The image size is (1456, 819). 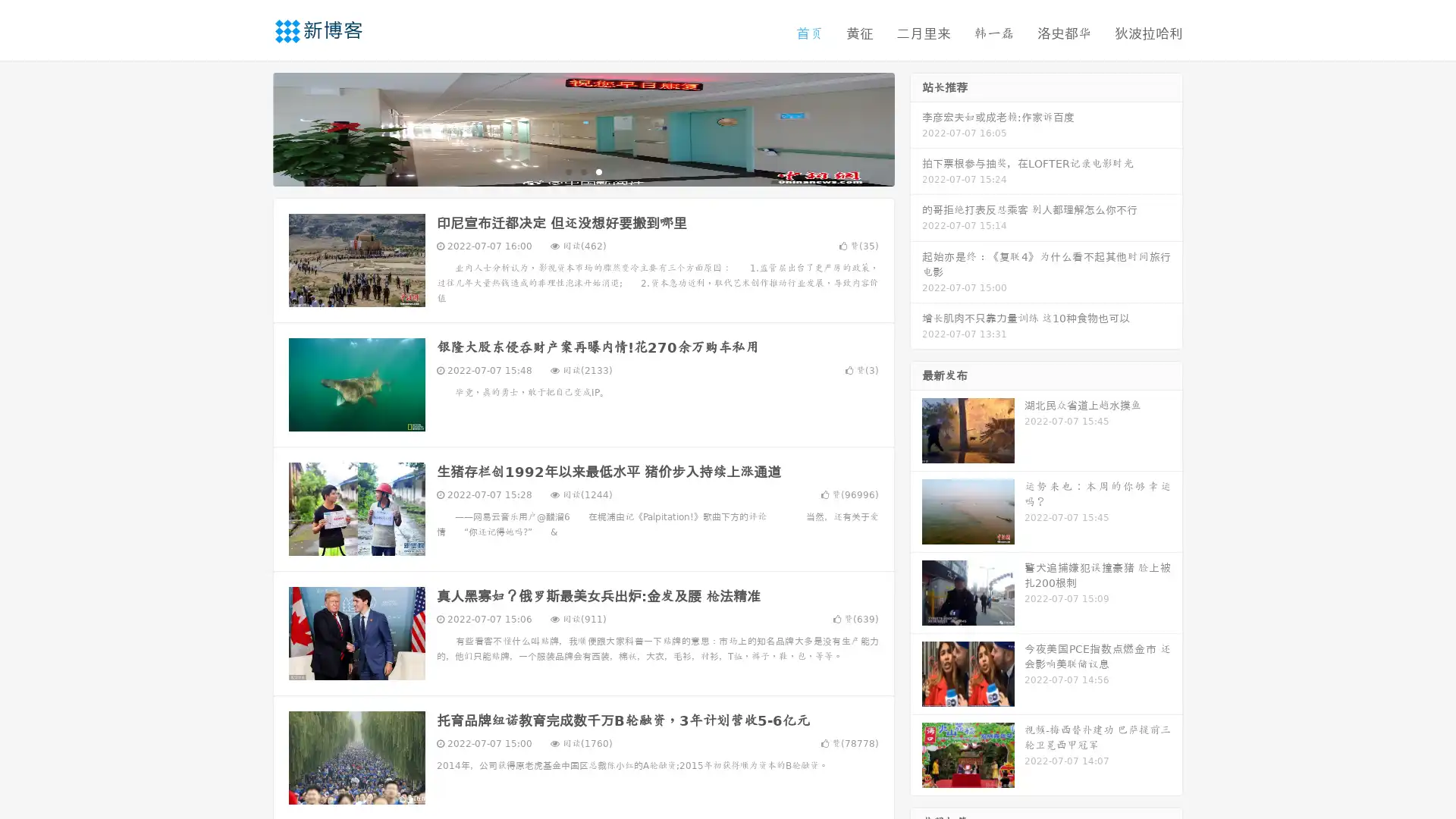 What do you see at coordinates (916, 127) in the screenshot?
I see `Next slide` at bounding box center [916, 127].